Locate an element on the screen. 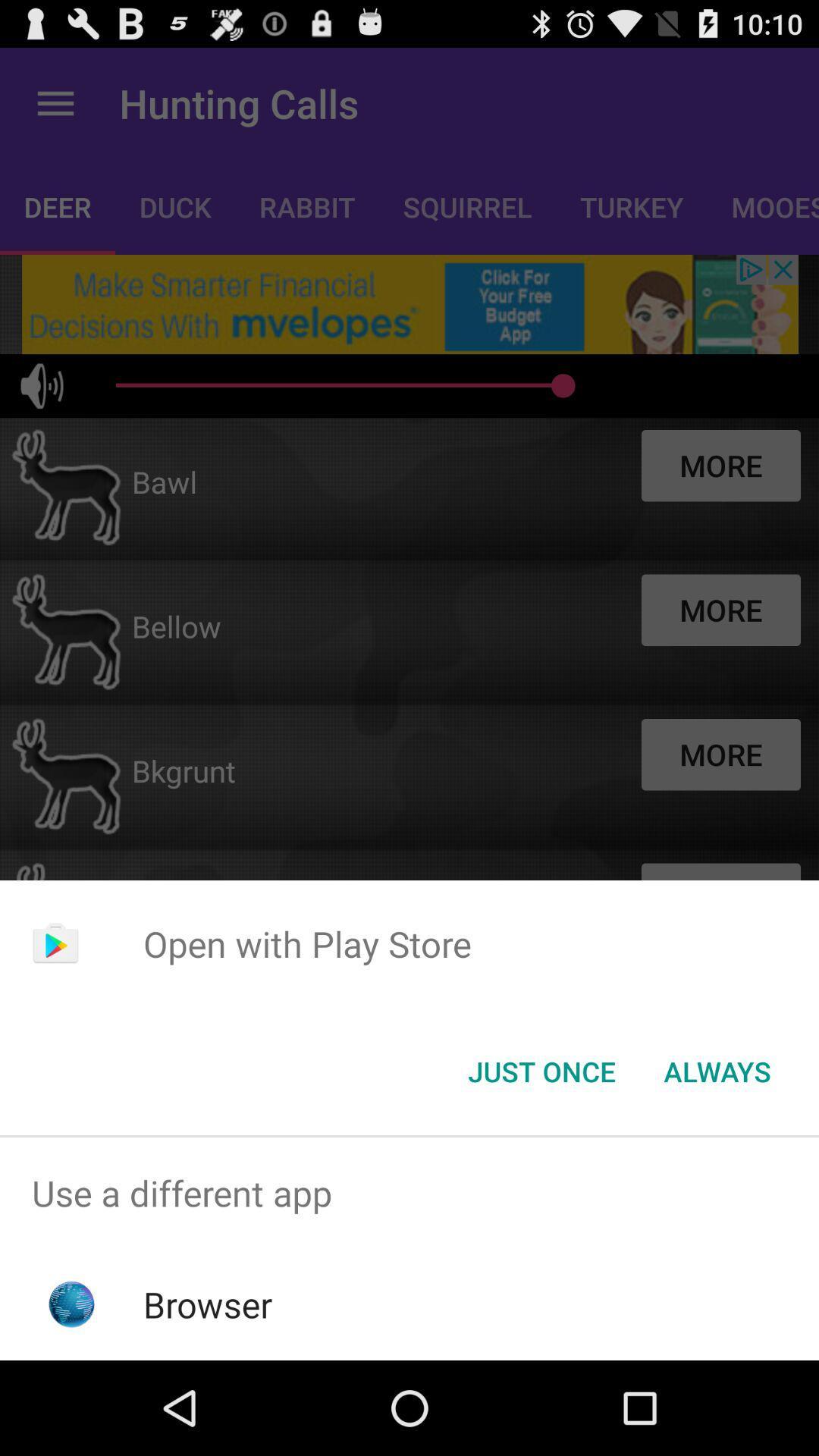 This screenshot has width=819, height=1456. app above browser item is located at coordinates (409, 1192).